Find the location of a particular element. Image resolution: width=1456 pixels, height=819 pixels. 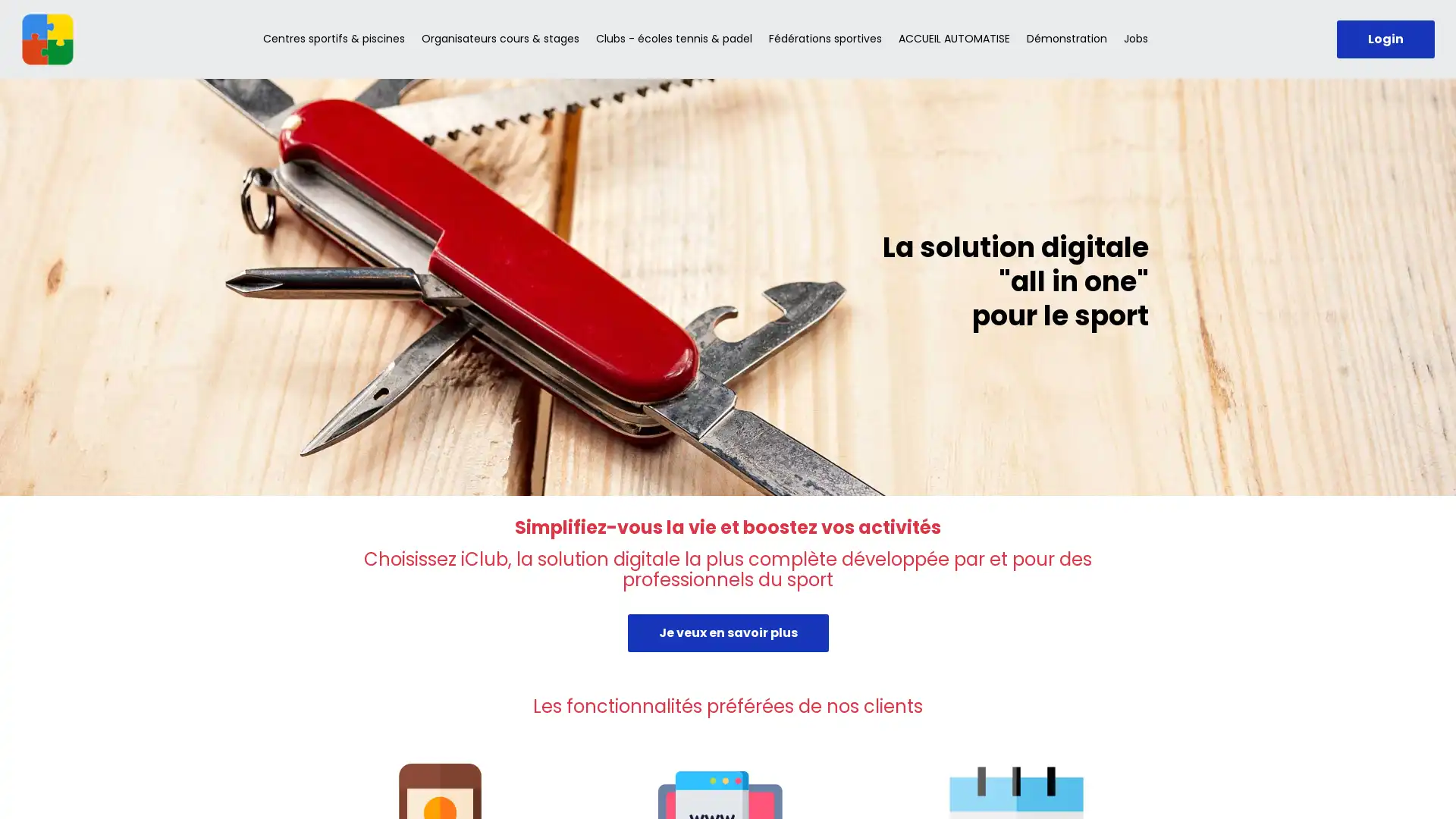

Centres sportifs & piscines is located at coordinates (332, 38).